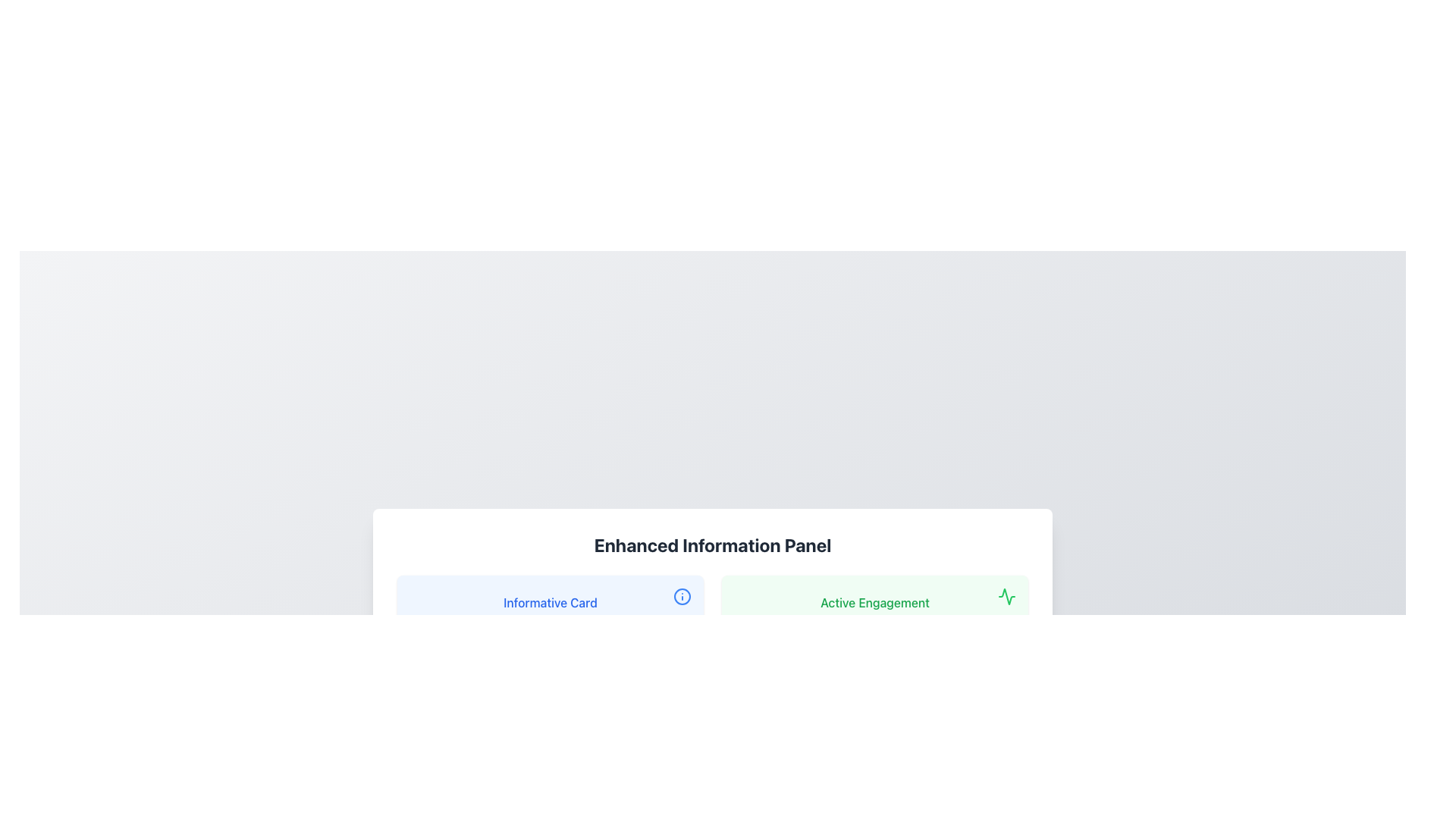  What do you see at coordinates (1007, 595) in the screenshot?
I see `the icon located at the top-right corner of the 'Active Engagement' card, which visually indicates activity or engagement` at bounding box center [1007, 595].